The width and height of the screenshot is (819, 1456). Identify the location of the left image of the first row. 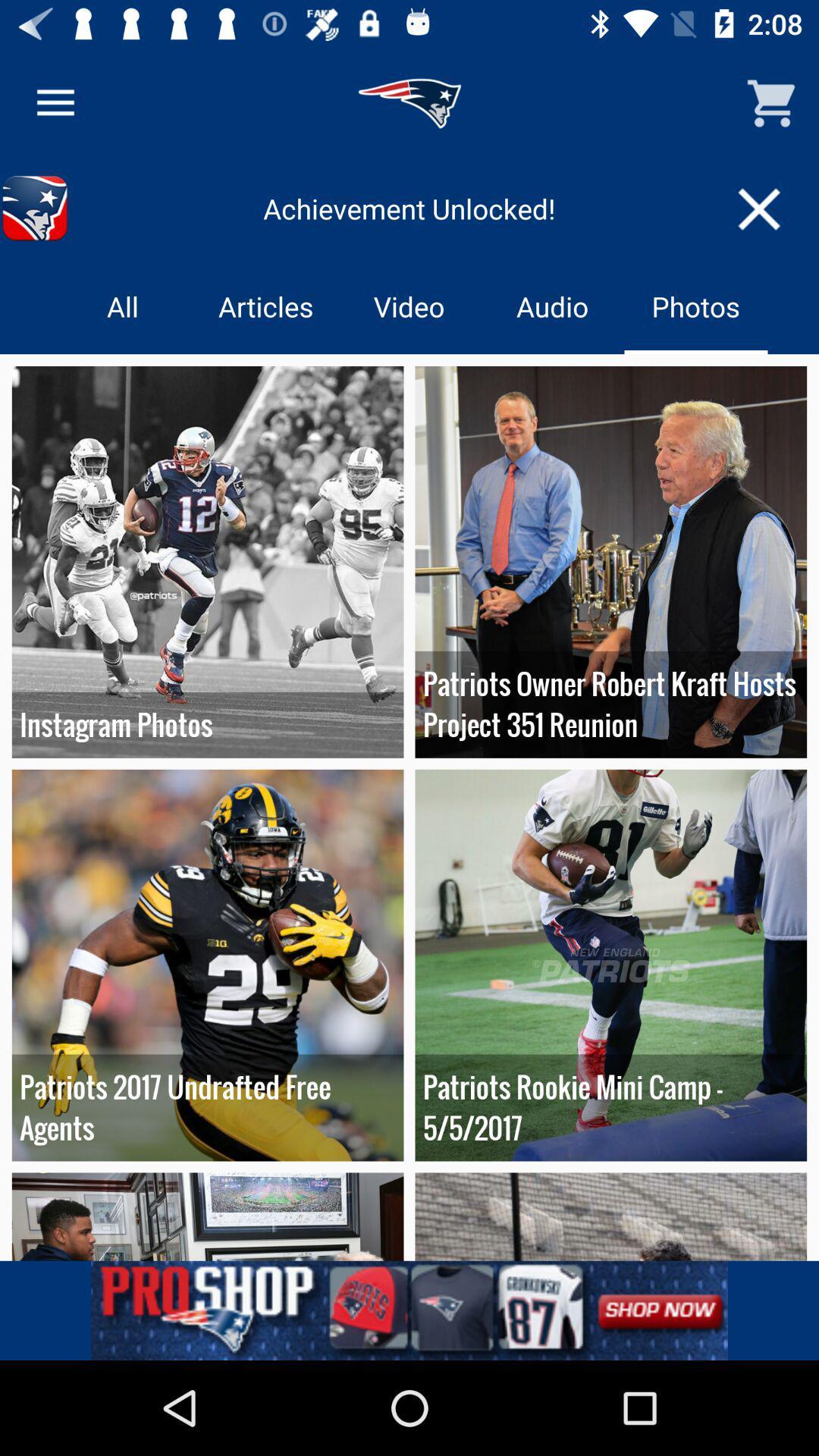
(208, 561).